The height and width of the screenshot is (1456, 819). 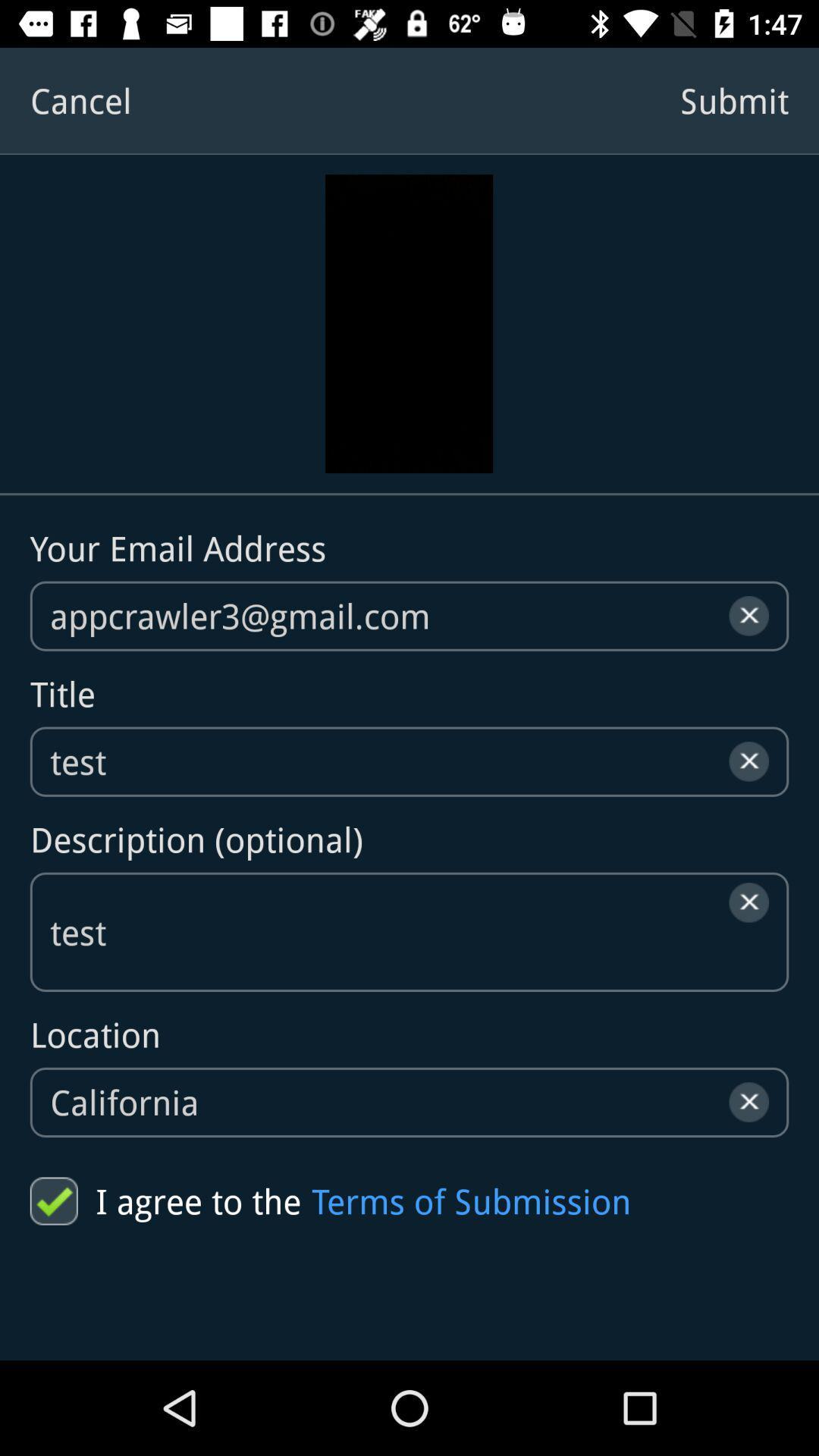 What do you see at coordinates (748, 1102) in the screenshot?
I see `the close icon` at bounding box center [748, 1102].